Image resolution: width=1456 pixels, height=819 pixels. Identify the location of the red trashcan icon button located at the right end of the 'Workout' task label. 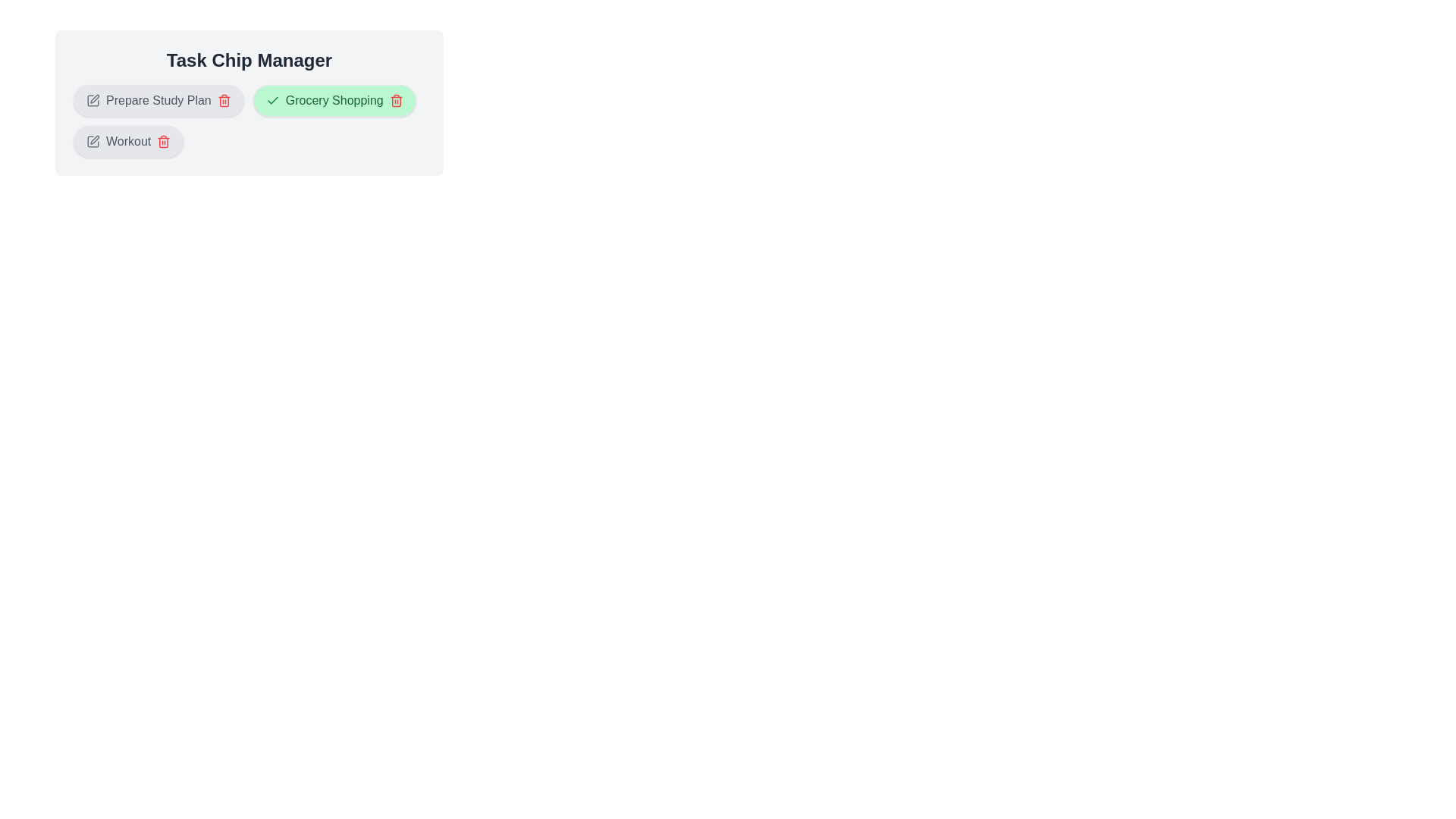
(164, 141).